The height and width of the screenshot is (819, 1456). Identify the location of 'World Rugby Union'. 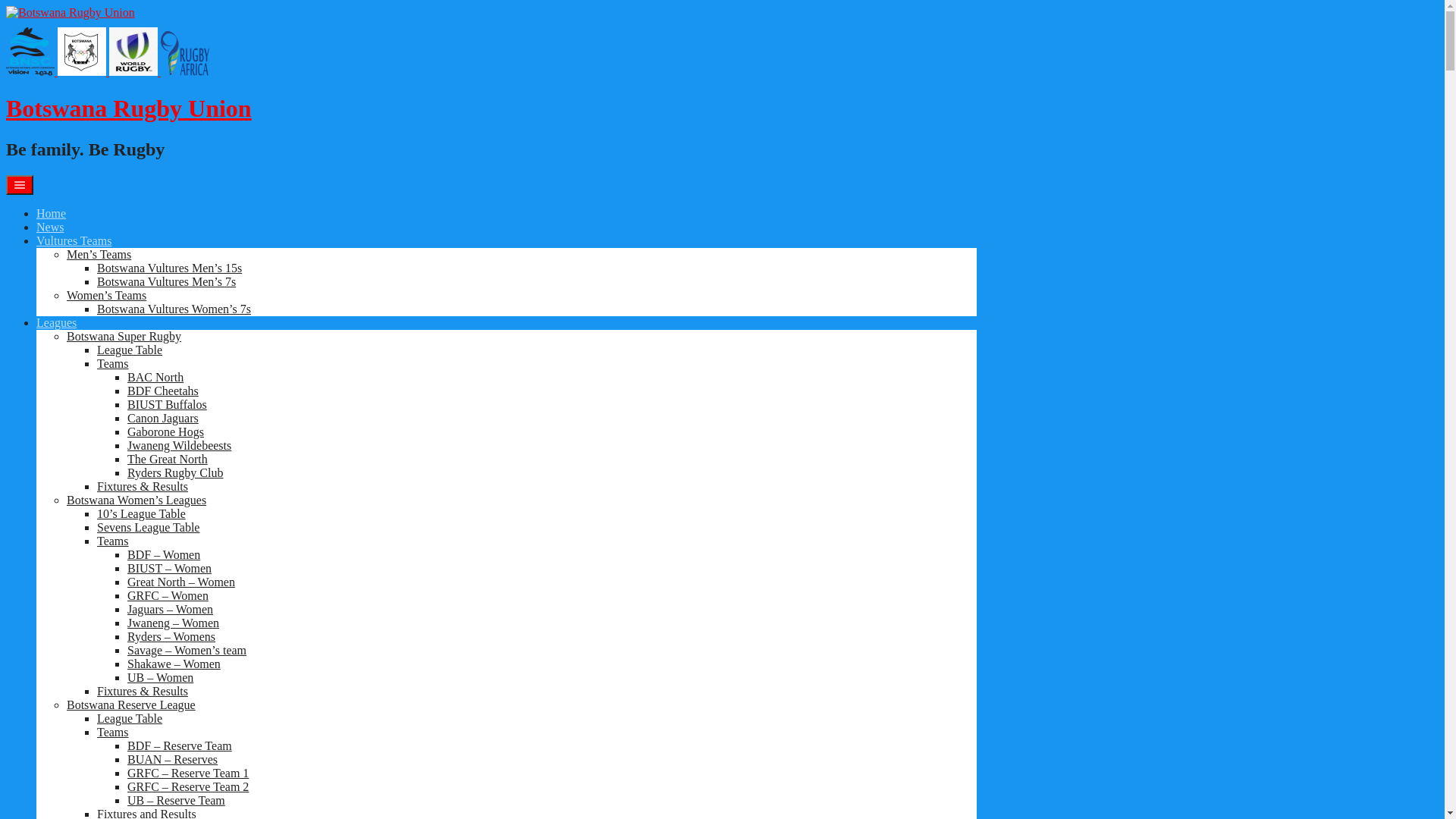
(108, 51).